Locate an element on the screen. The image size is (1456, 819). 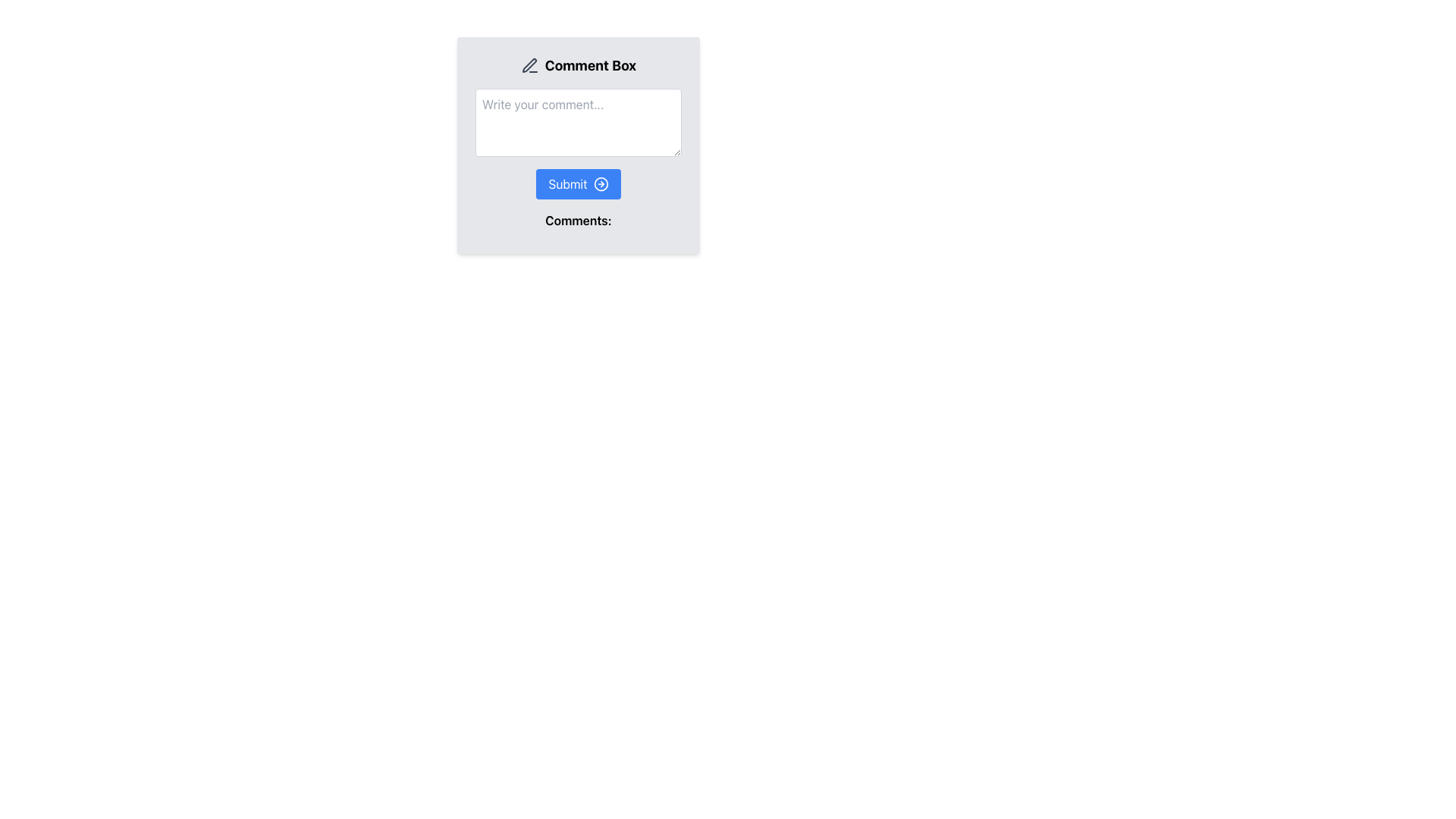
the pen icon located to the left of the 'Comment Box' title in the user interface, which is styled with minimalistic gray outline is located at coordinates (529, 65).